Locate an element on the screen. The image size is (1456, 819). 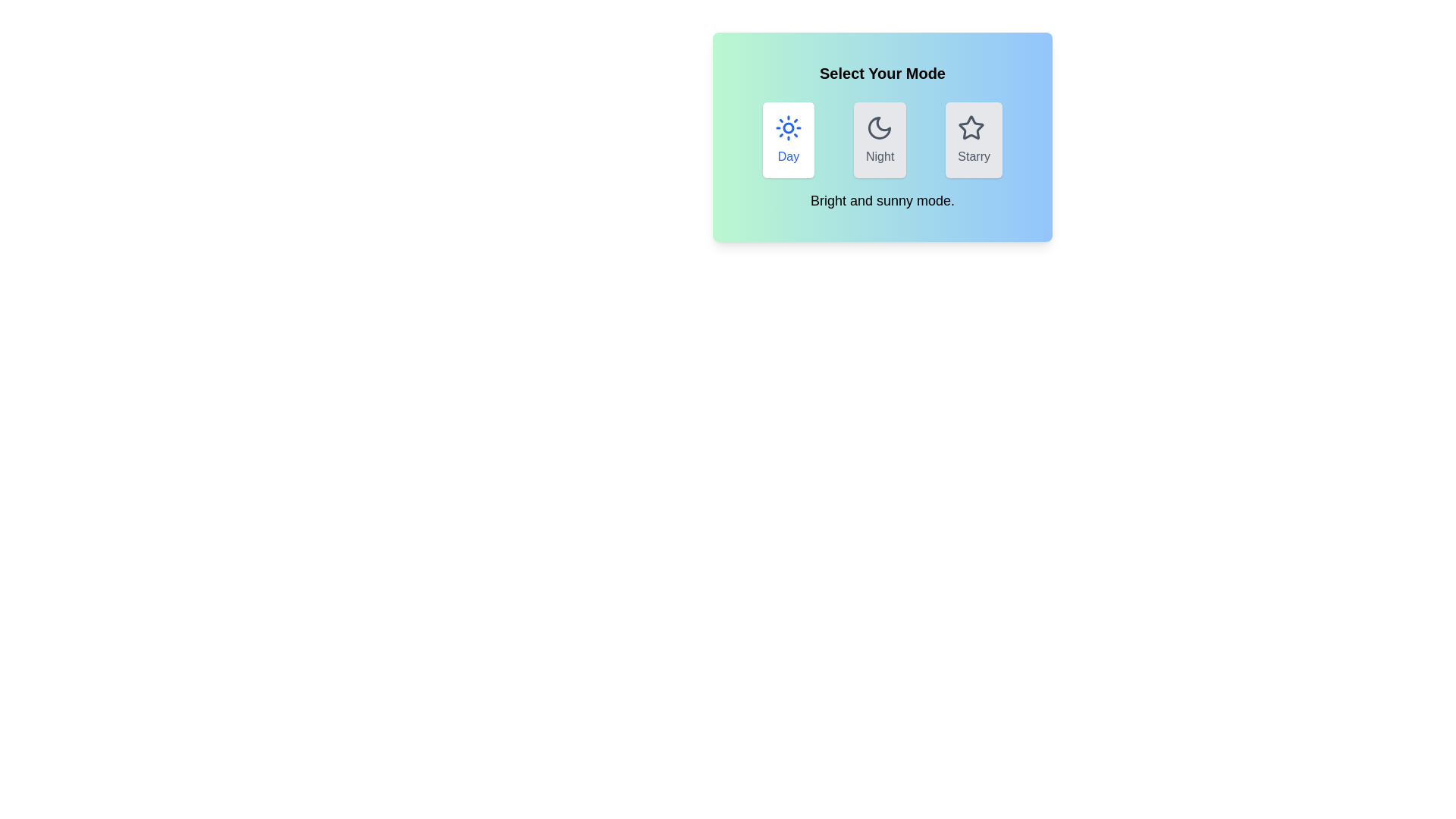
the mode by clicking on the button labeled Starry is located at coordinates (974, 140).